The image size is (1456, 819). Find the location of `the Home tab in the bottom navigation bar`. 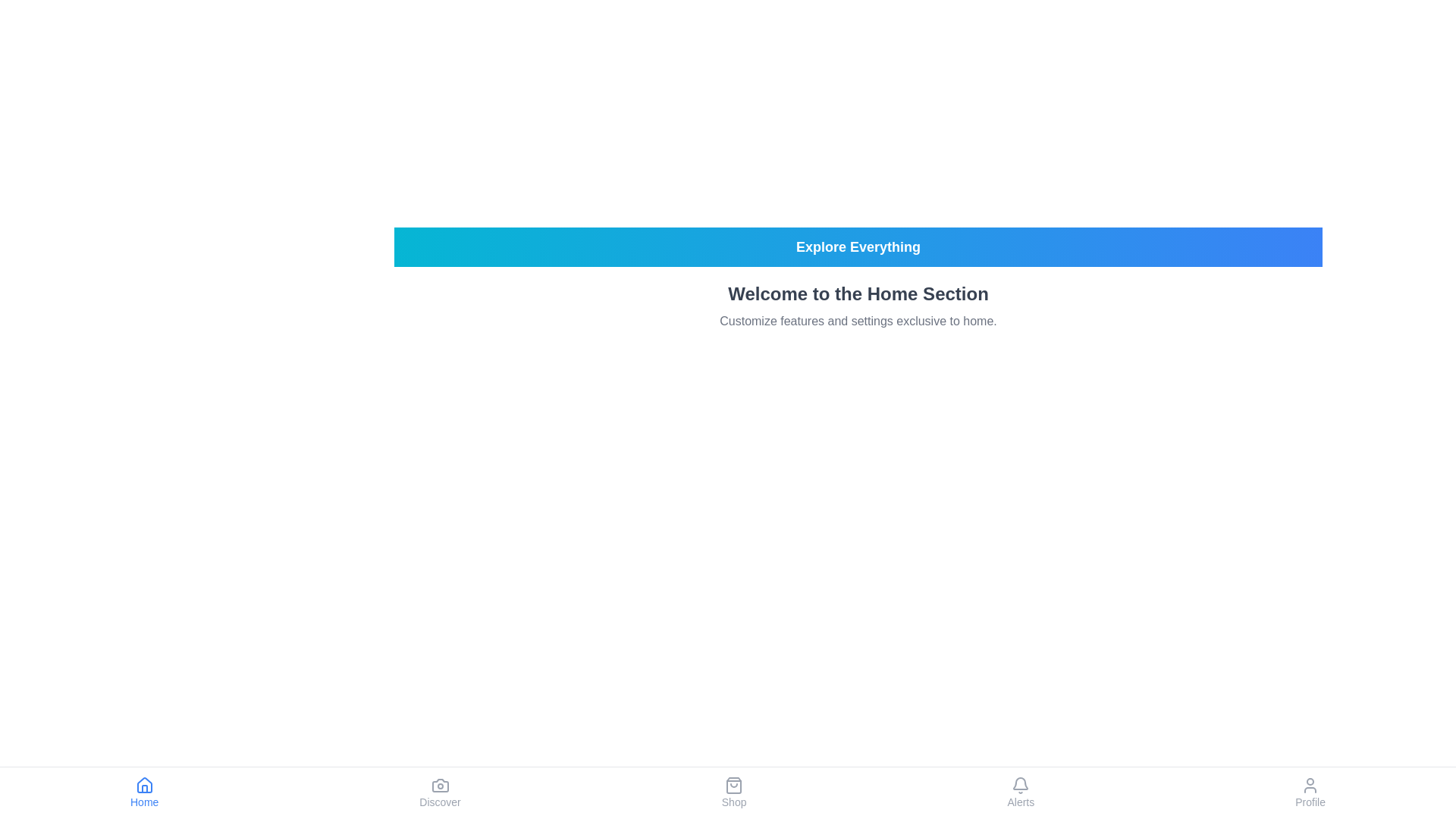

the Home tab in the bottom navigation bar is located at coordinates (144, 792).